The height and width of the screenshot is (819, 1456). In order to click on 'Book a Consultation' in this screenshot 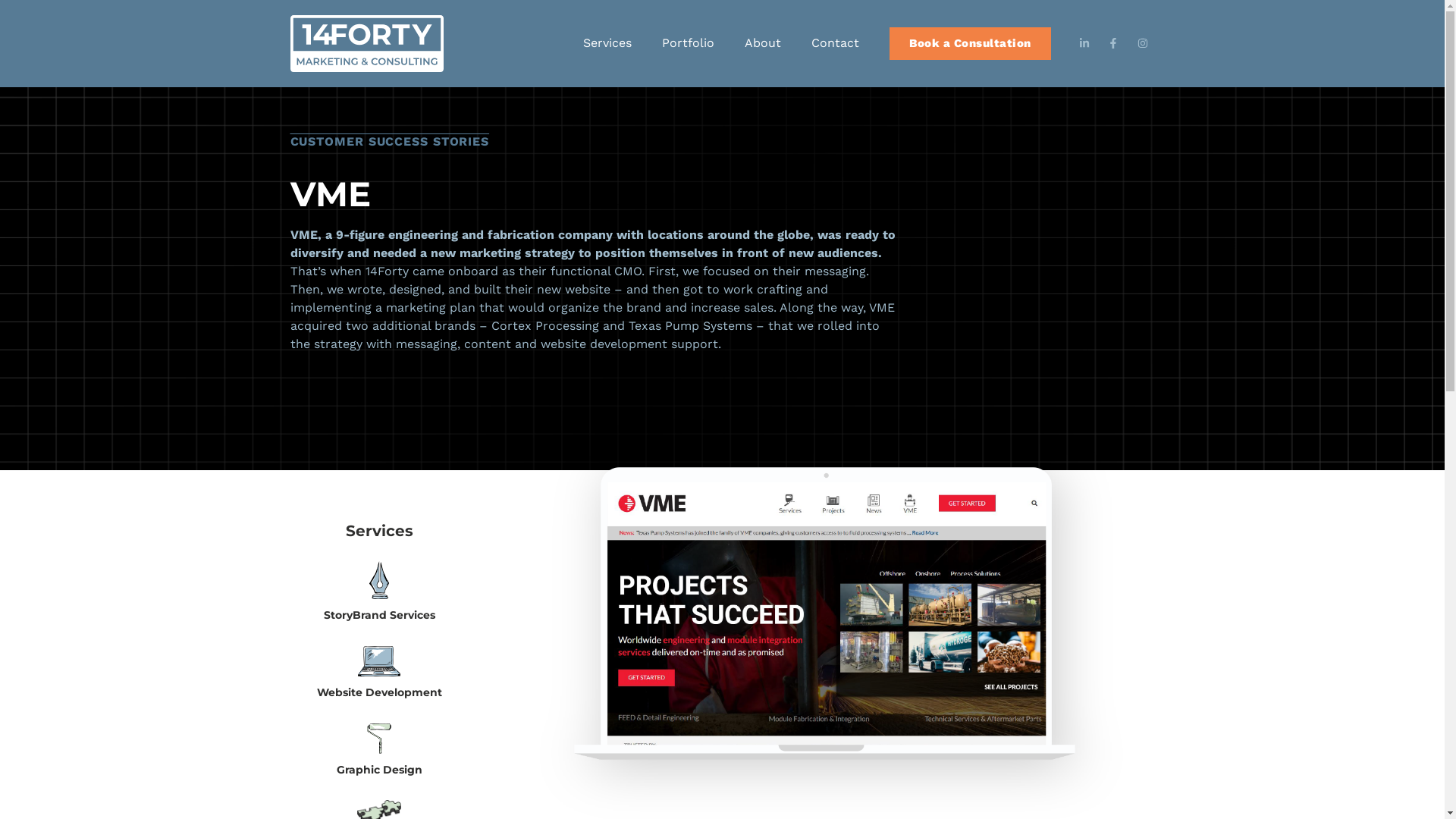, I will do `click(889, 42)`.